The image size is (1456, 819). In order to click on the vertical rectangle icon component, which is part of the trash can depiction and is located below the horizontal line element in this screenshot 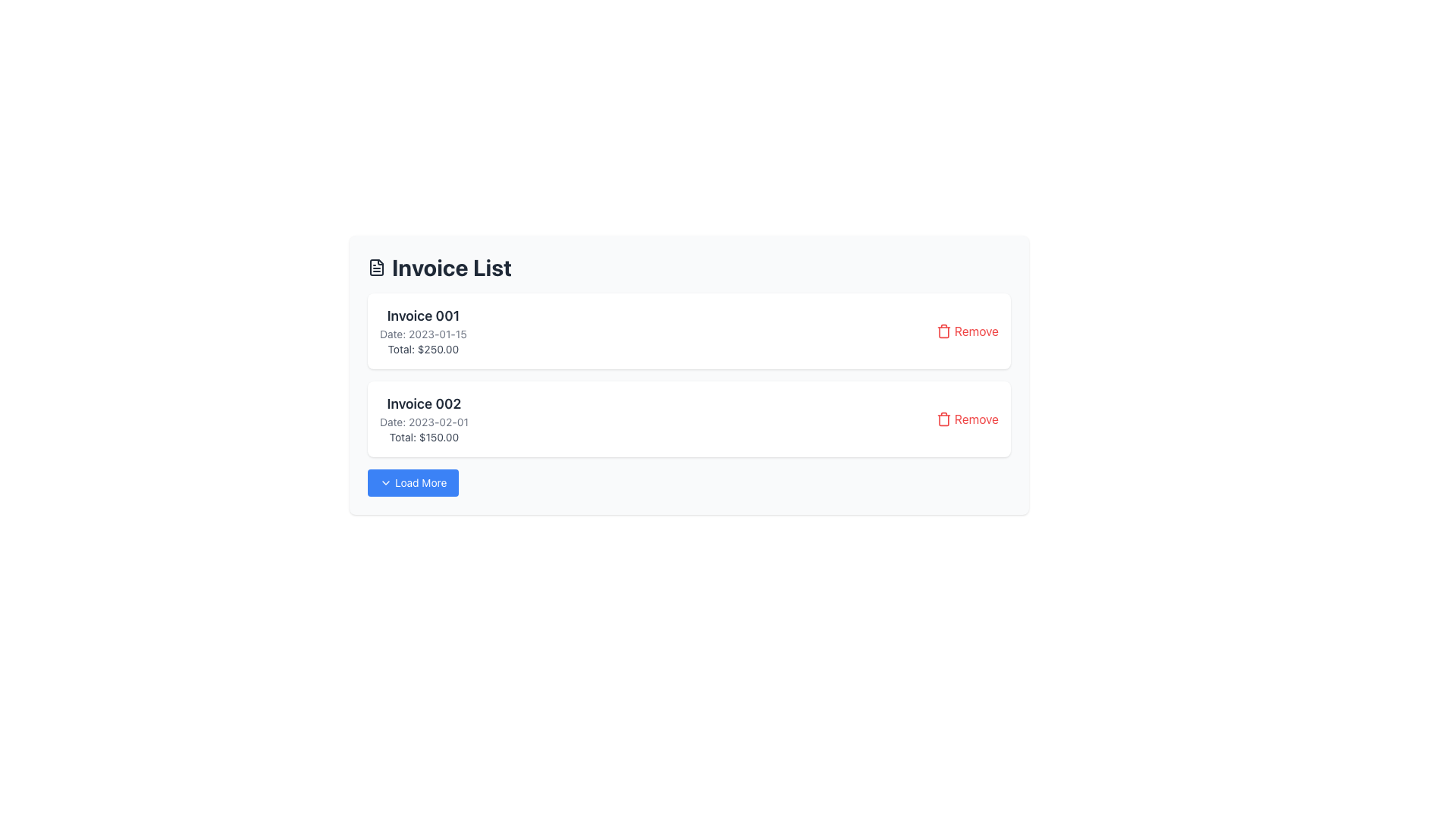, I will do `click(943, 420)`.